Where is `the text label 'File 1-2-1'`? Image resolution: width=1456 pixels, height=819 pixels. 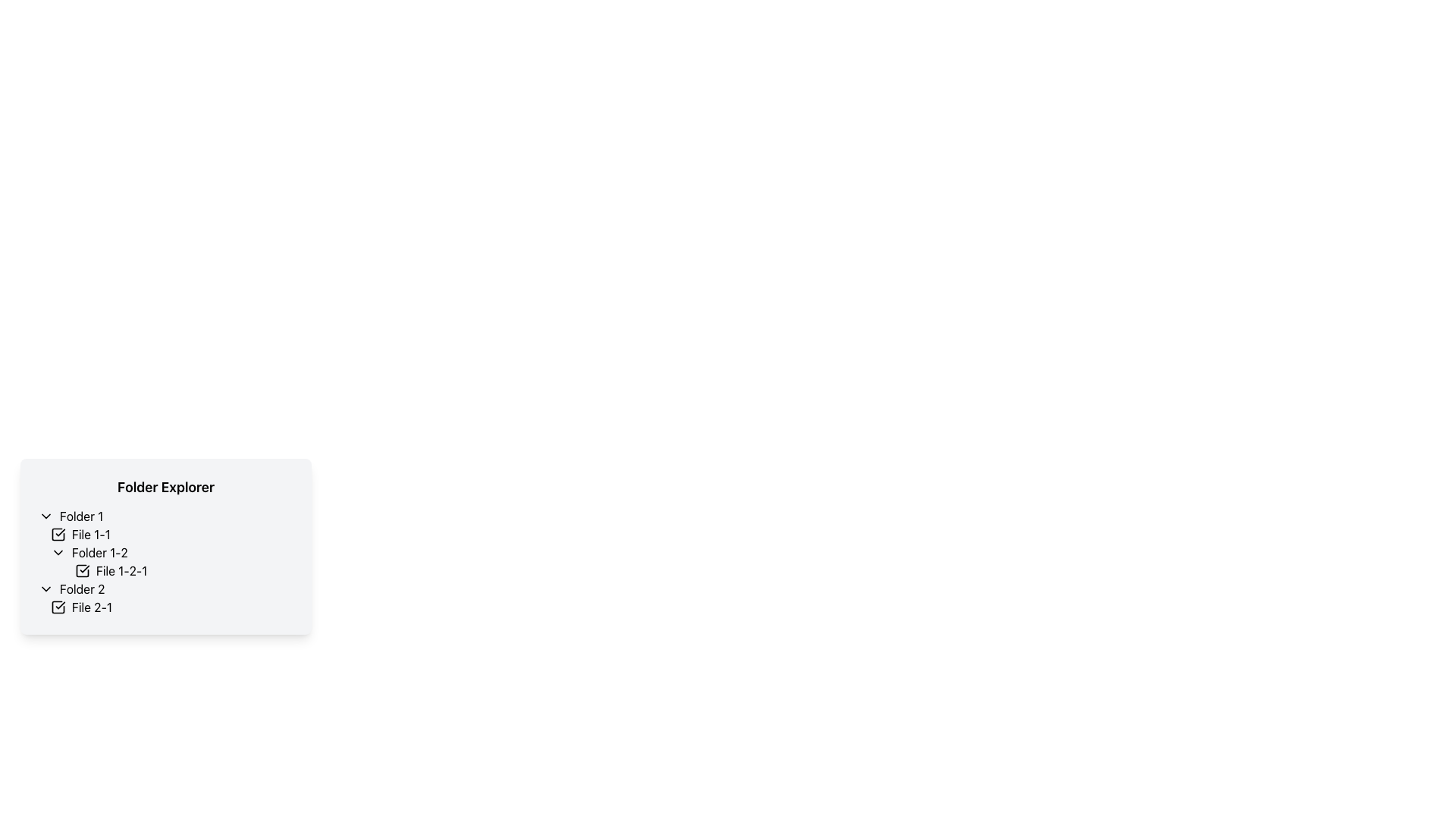 the text label 'File 1-2-1' is located at coordinates (121, 570).